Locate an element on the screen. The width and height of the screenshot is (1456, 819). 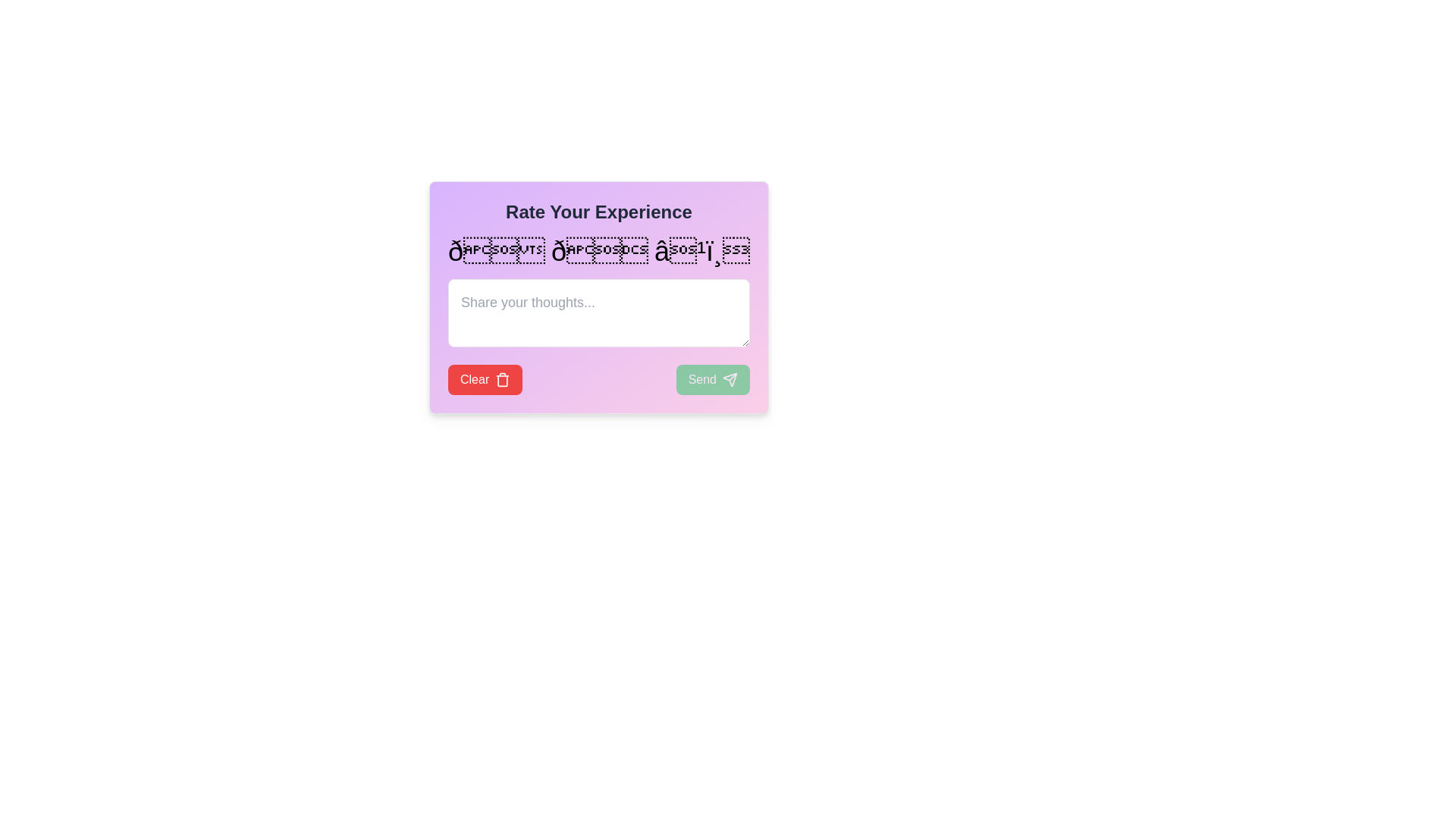
the minimalist paper airplane icon located next to the 'Send' button in the bottom-right corner of the user interface dialog box is located at coordinates (730, 379).